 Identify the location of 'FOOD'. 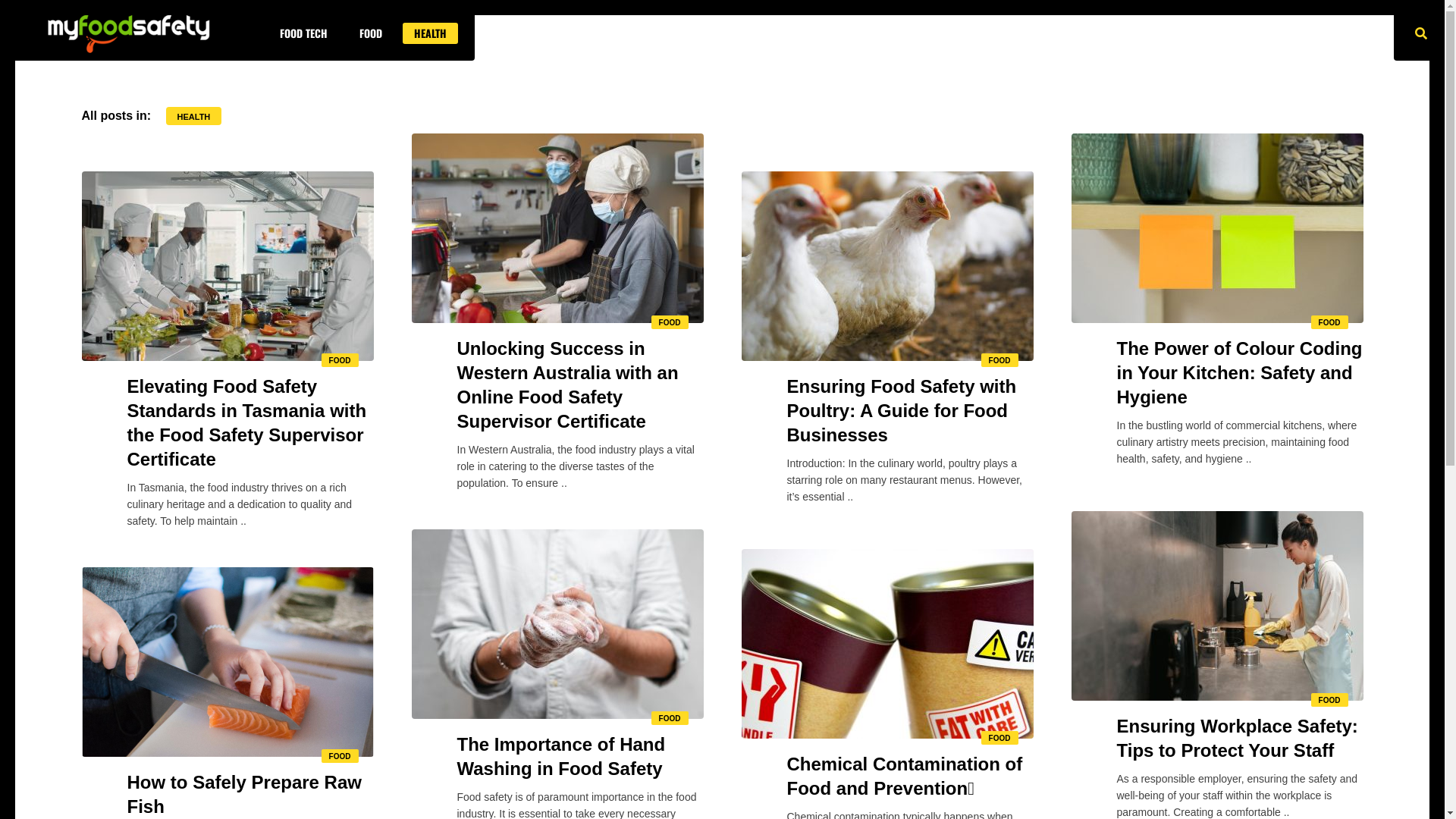
(669, 717).